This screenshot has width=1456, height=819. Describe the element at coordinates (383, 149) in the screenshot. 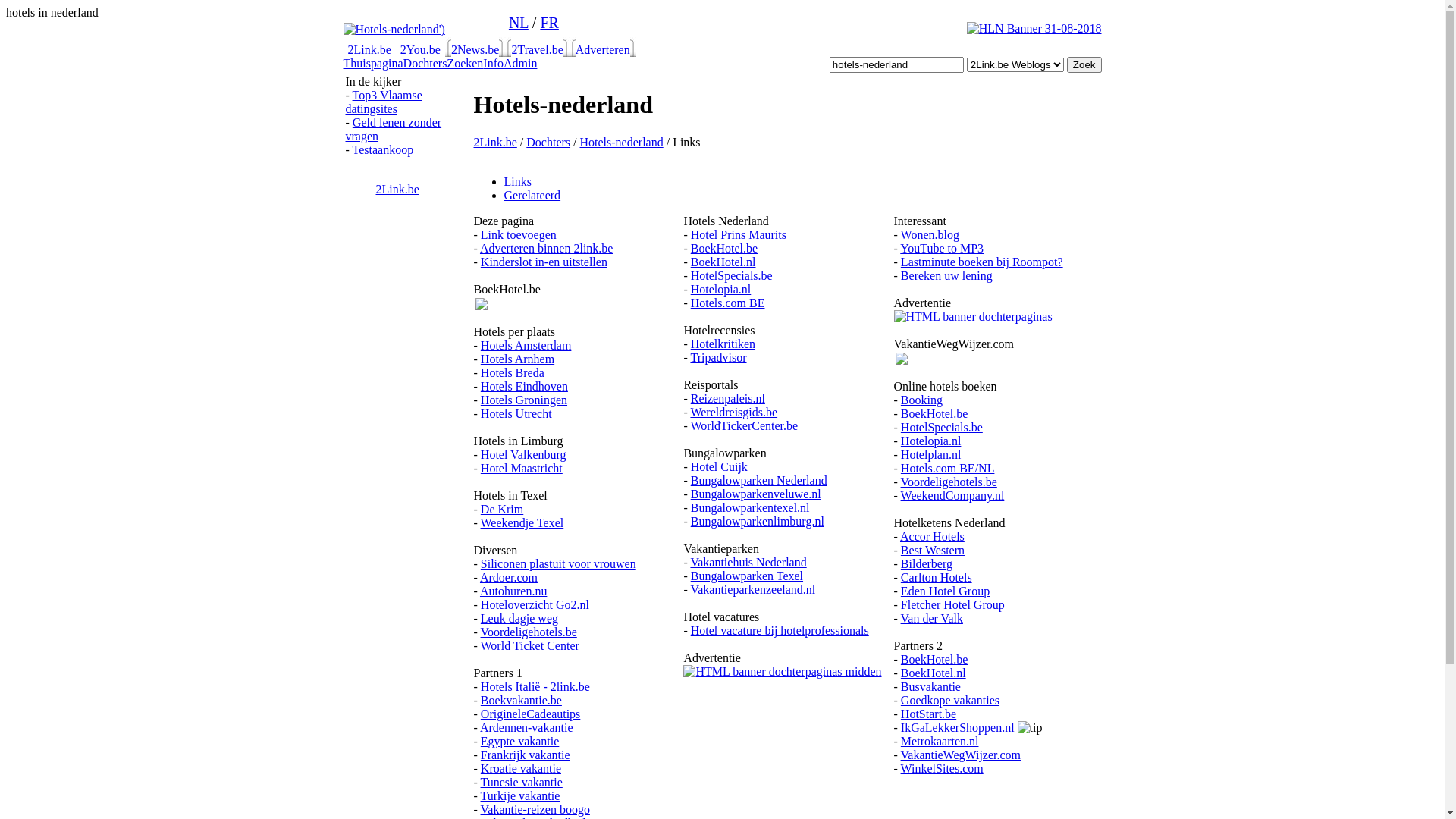

I see `'Testaankoop'` at that location.